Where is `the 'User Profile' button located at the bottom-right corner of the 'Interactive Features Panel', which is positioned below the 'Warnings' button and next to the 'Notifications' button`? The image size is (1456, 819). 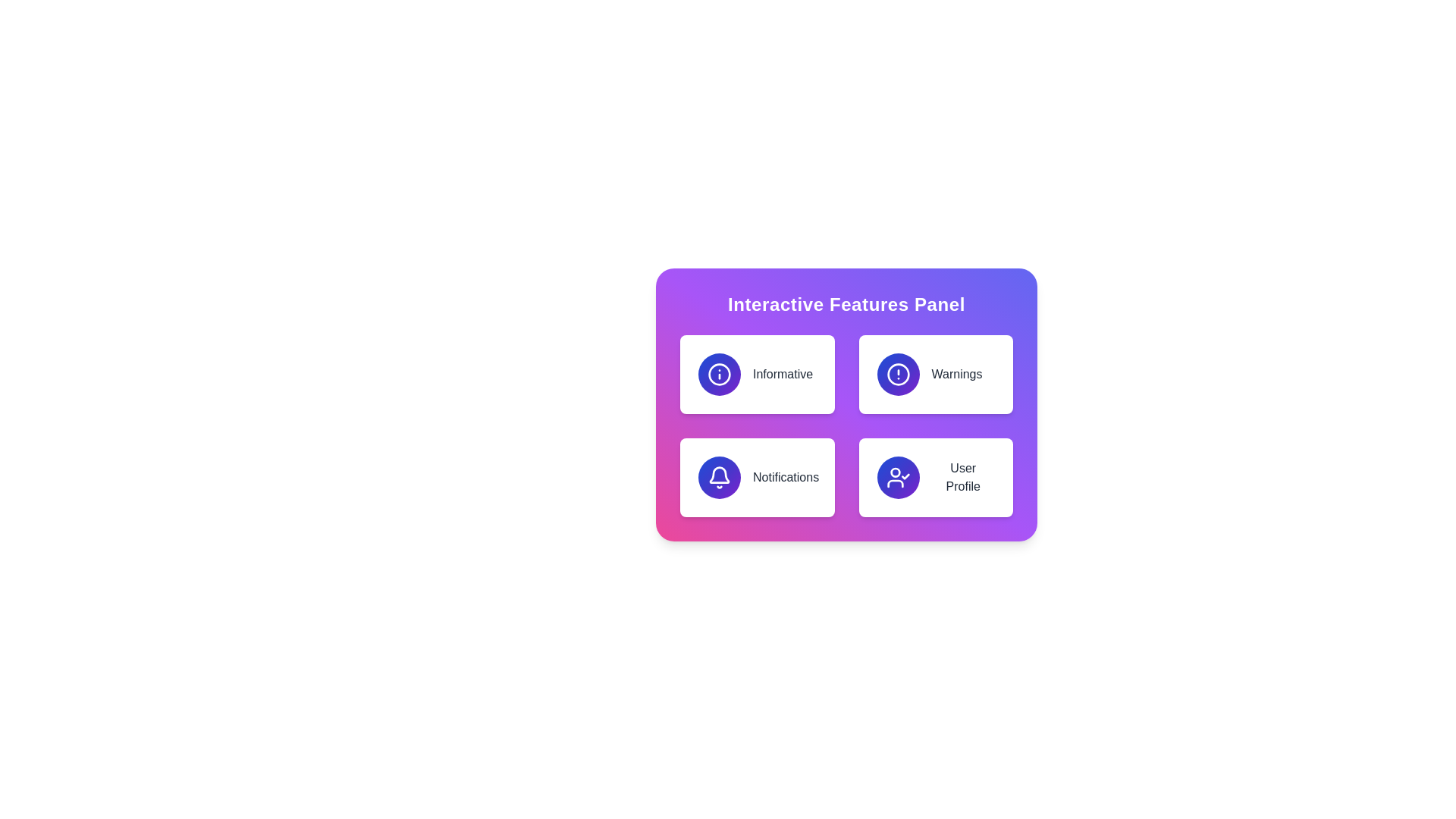 the 'User Profile' button located at the bottom-right corner of the 'Interactive Features Panel', which is positioned below the 'Warnings' button and next to the 'Notifications' button is located at coordinates (898, 476).